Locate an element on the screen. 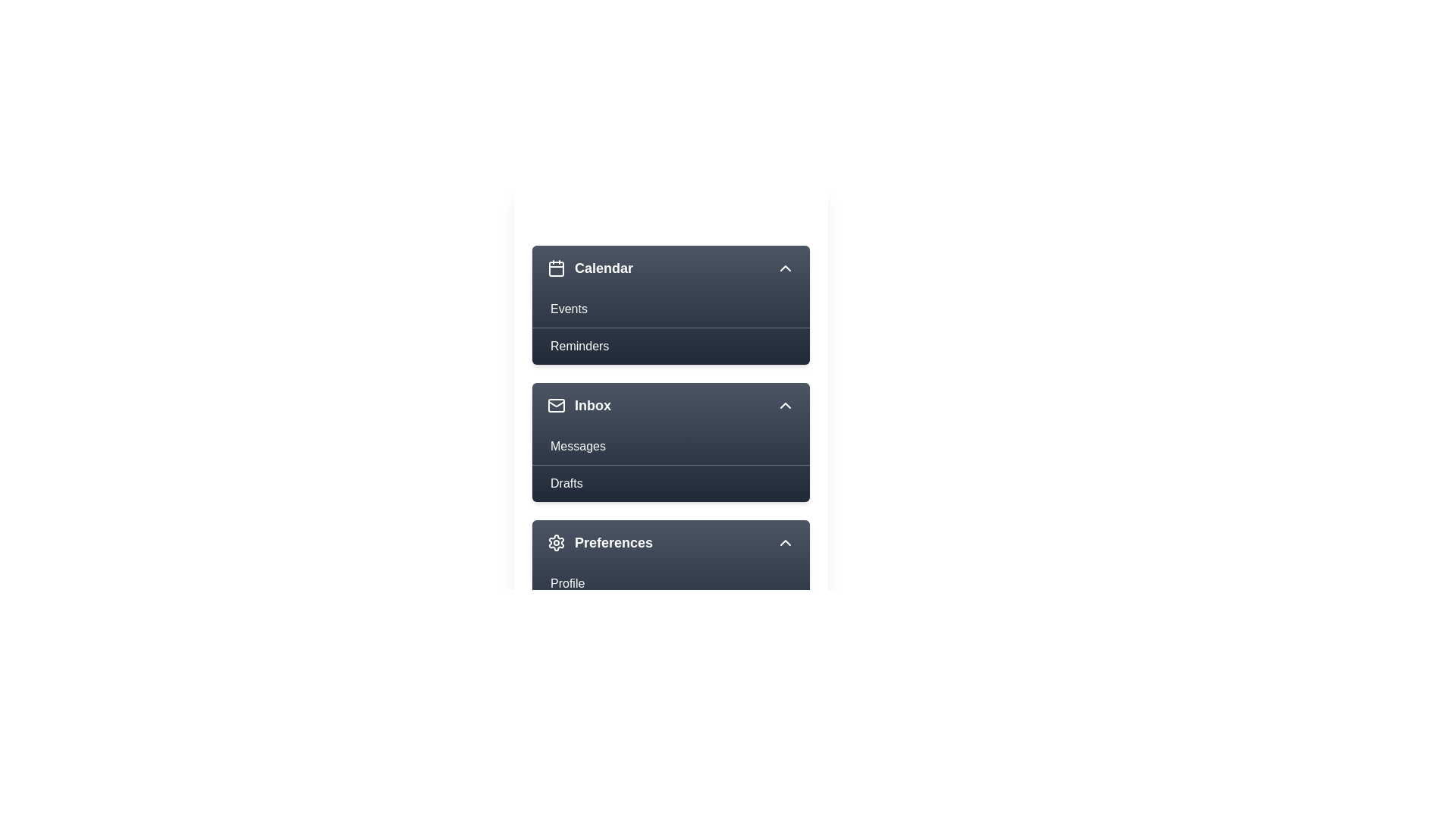  the icon next to the section title Inbox to toggle its visibility is located at coordinates (556, 405).